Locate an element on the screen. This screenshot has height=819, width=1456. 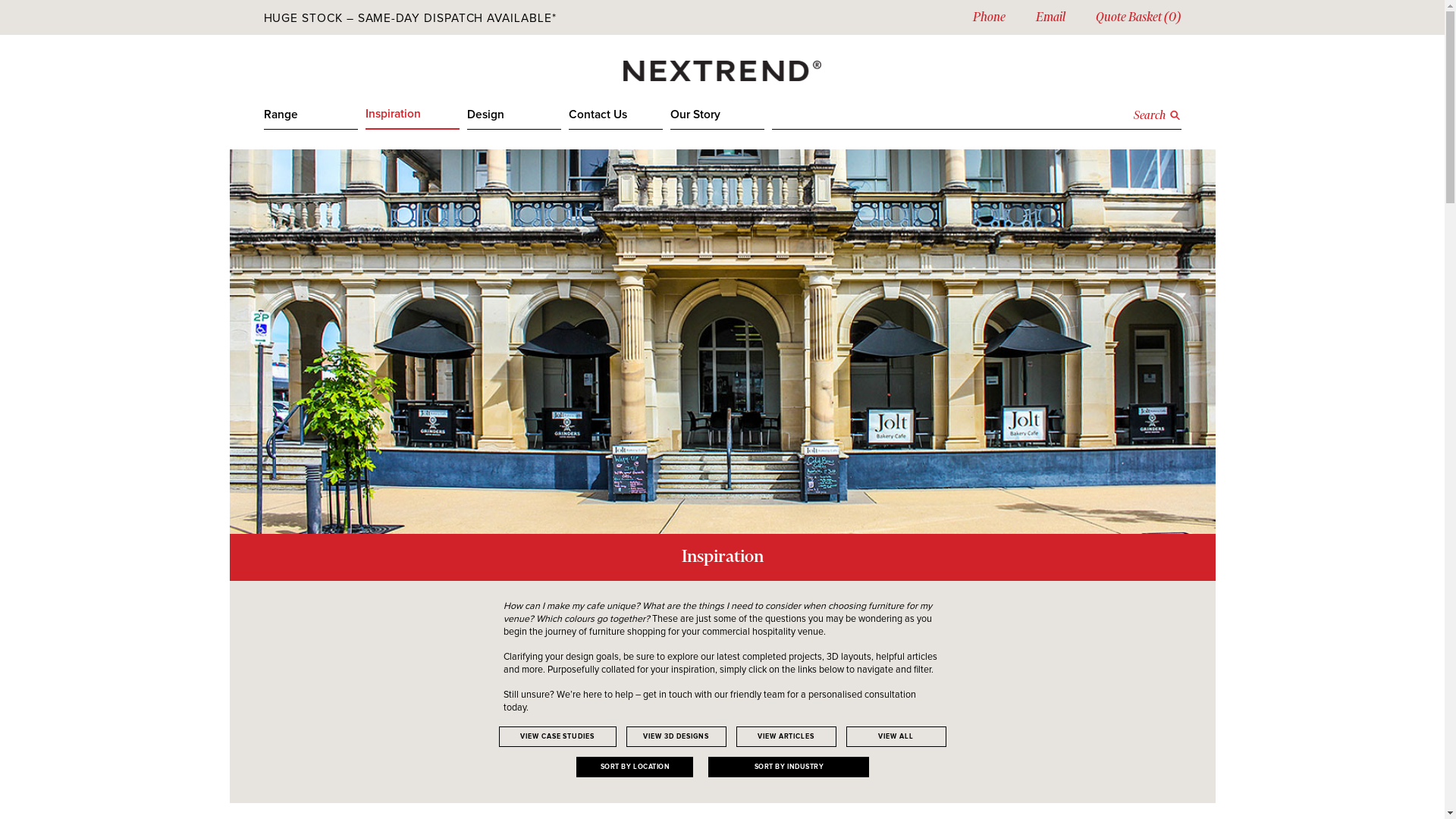
'Design' is located at coordinates (466, 118).